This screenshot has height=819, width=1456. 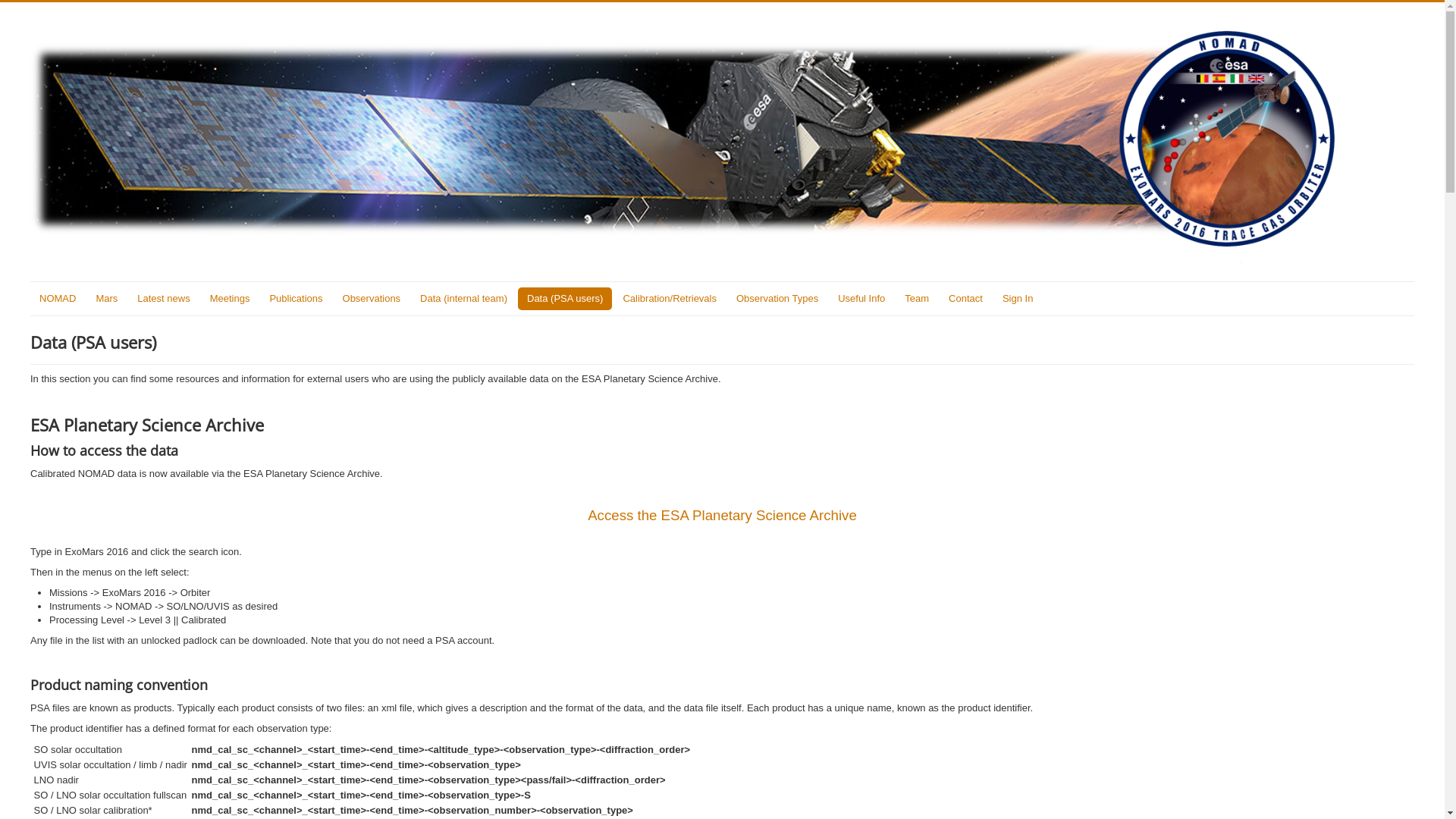 I want to click on 'Observations', so click(x=372, y=298).